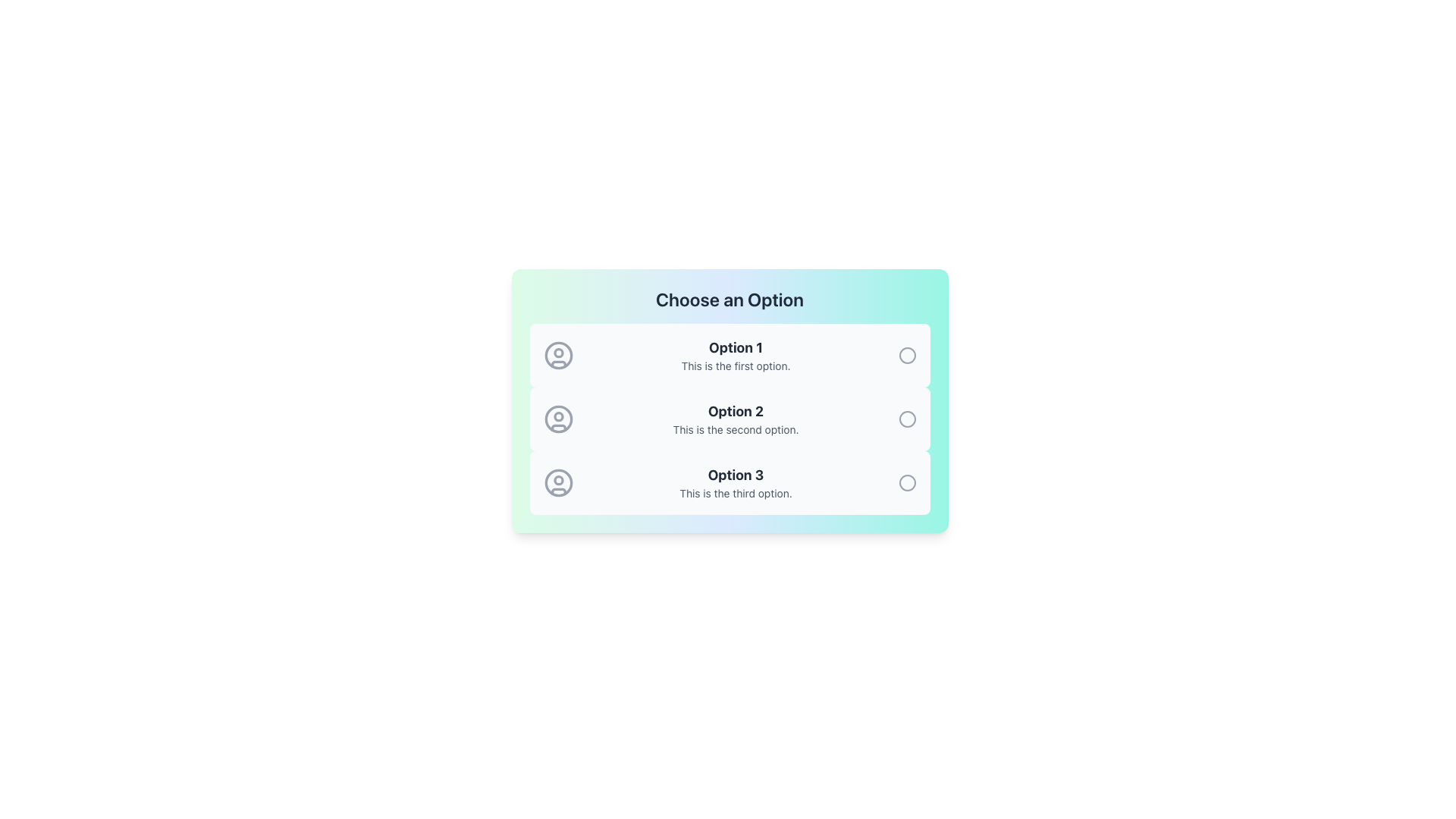  Describe the element at coordinates (736, 494) in the screenshot. I see `the static text providing descriptive information for the third option in a vertical list, located beneath 'Option 3'` at that location.